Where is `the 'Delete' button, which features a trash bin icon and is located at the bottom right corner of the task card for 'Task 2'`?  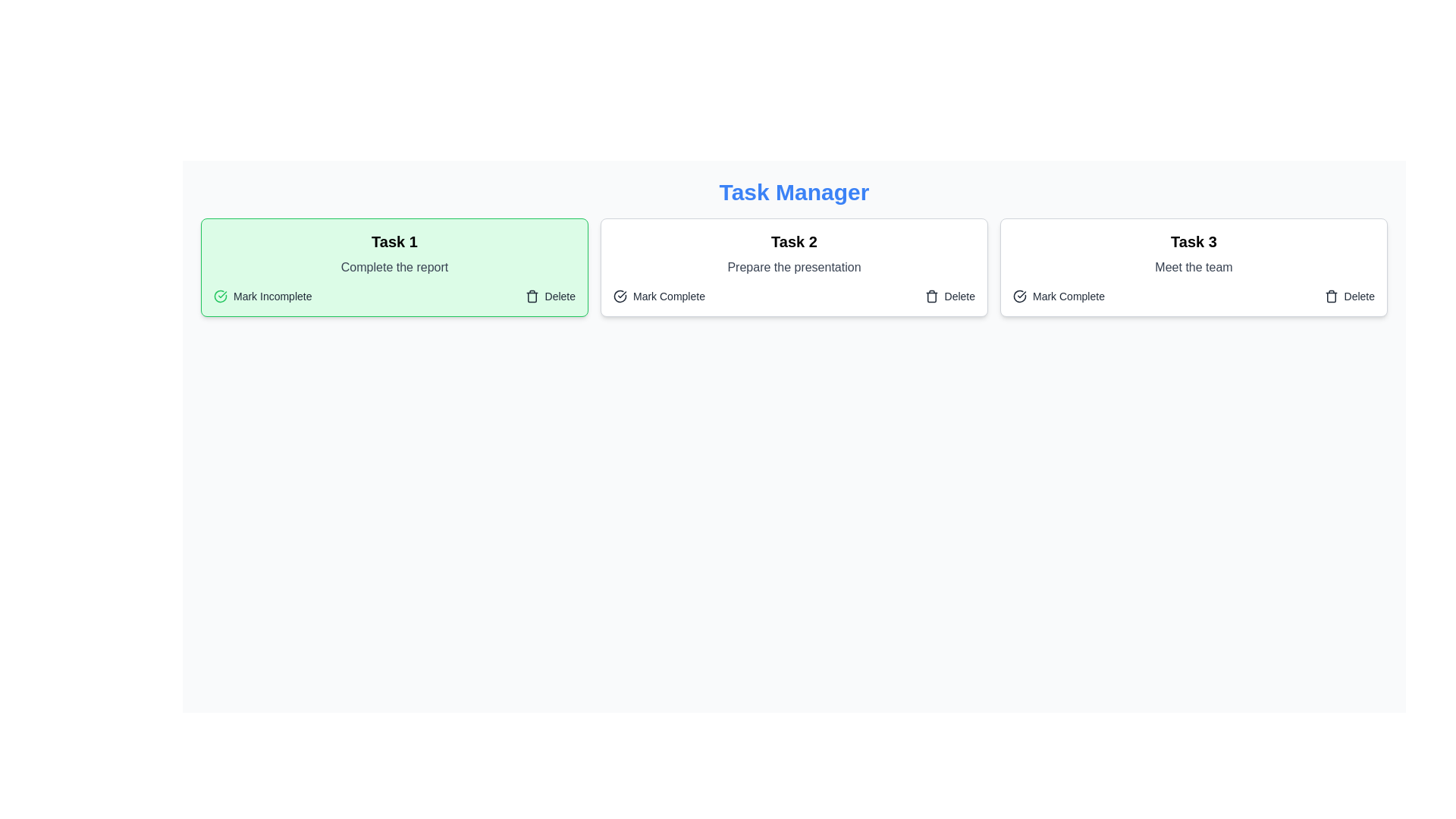 the 'Delete' button, which features a trash bin icon and is located at the bottom right corner of the task card for 'Task 2' is located at coordinates (949, 296).